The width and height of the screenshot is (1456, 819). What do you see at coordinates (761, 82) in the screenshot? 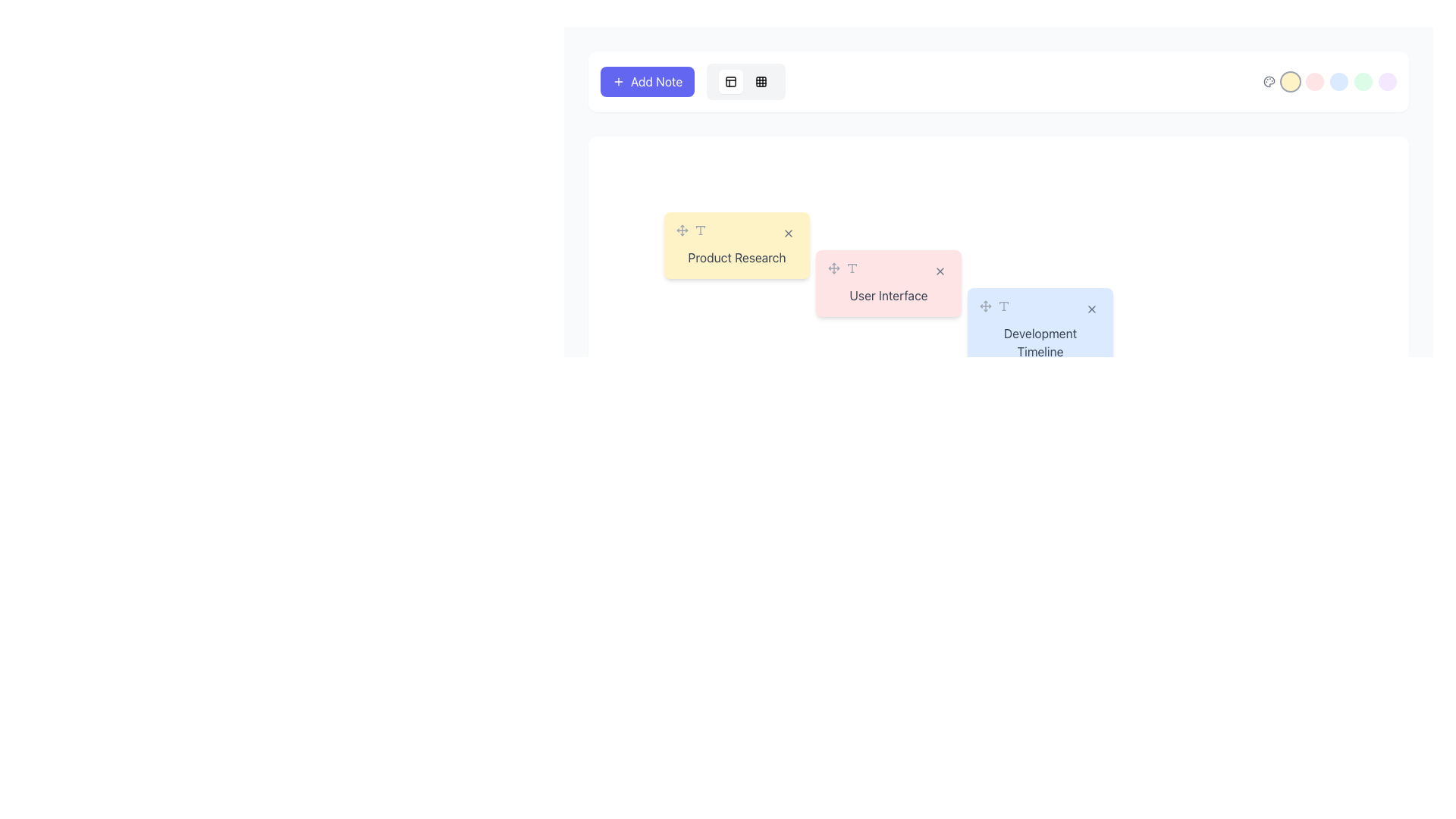
I see `the small square button with a grid icon located at the rightmost position in the toolbar` at bounding box center [761, 82].